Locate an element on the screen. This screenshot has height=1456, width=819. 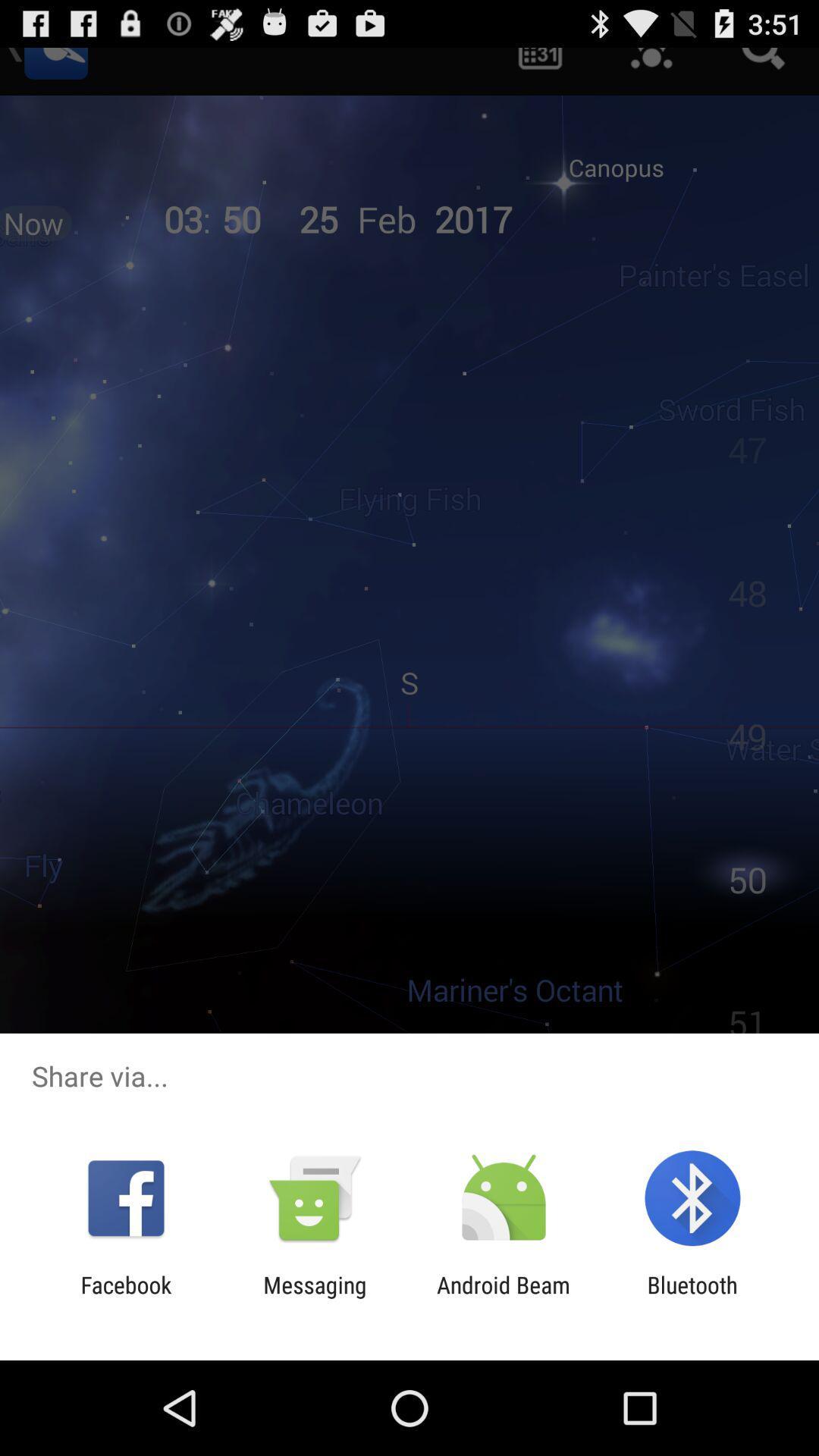
item next to the facebook app is located at coordinates (314, 1298).